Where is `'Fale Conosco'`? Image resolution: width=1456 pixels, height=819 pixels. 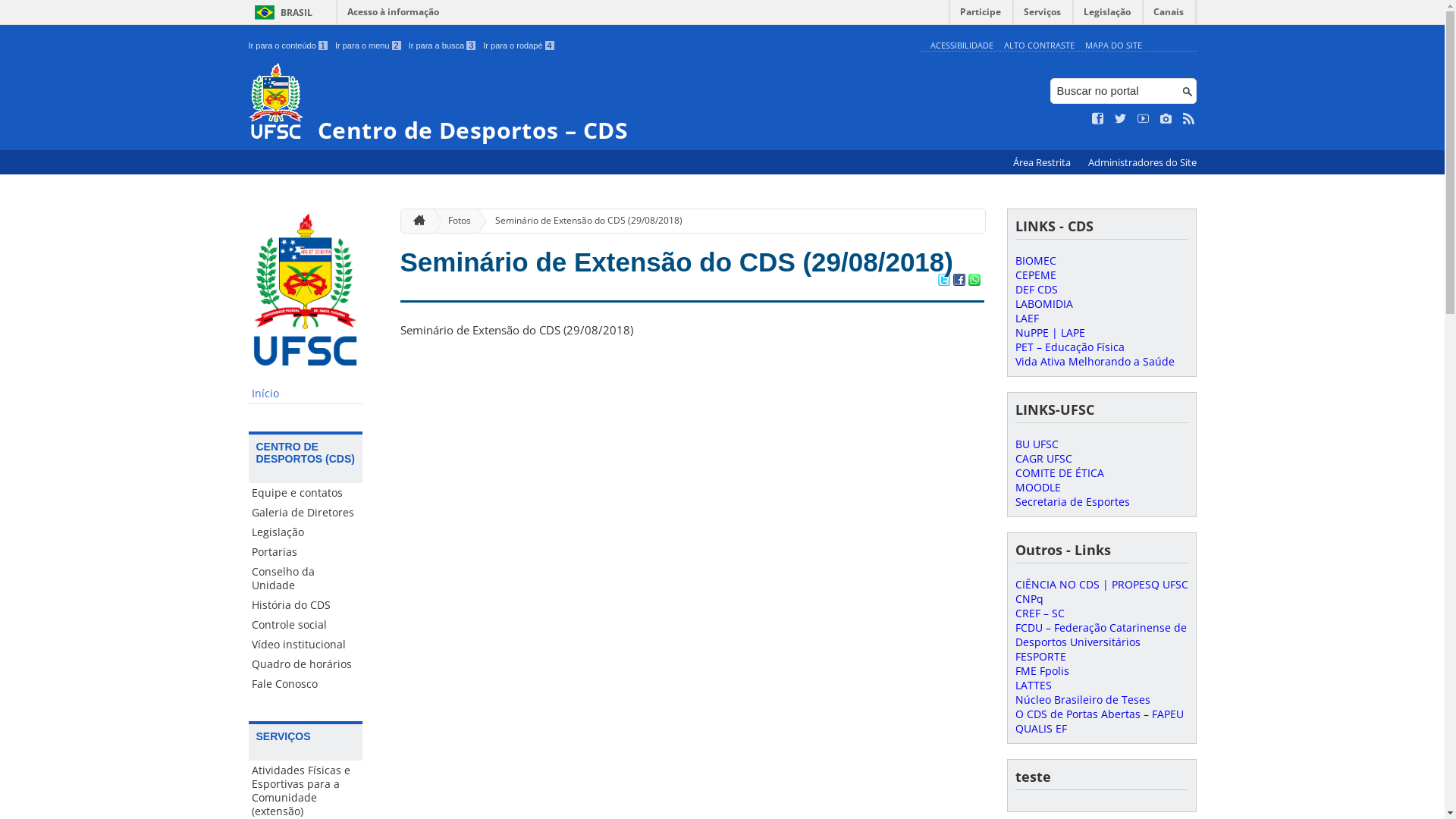
'Fale Conosco' is located at coordinates (248, 684).